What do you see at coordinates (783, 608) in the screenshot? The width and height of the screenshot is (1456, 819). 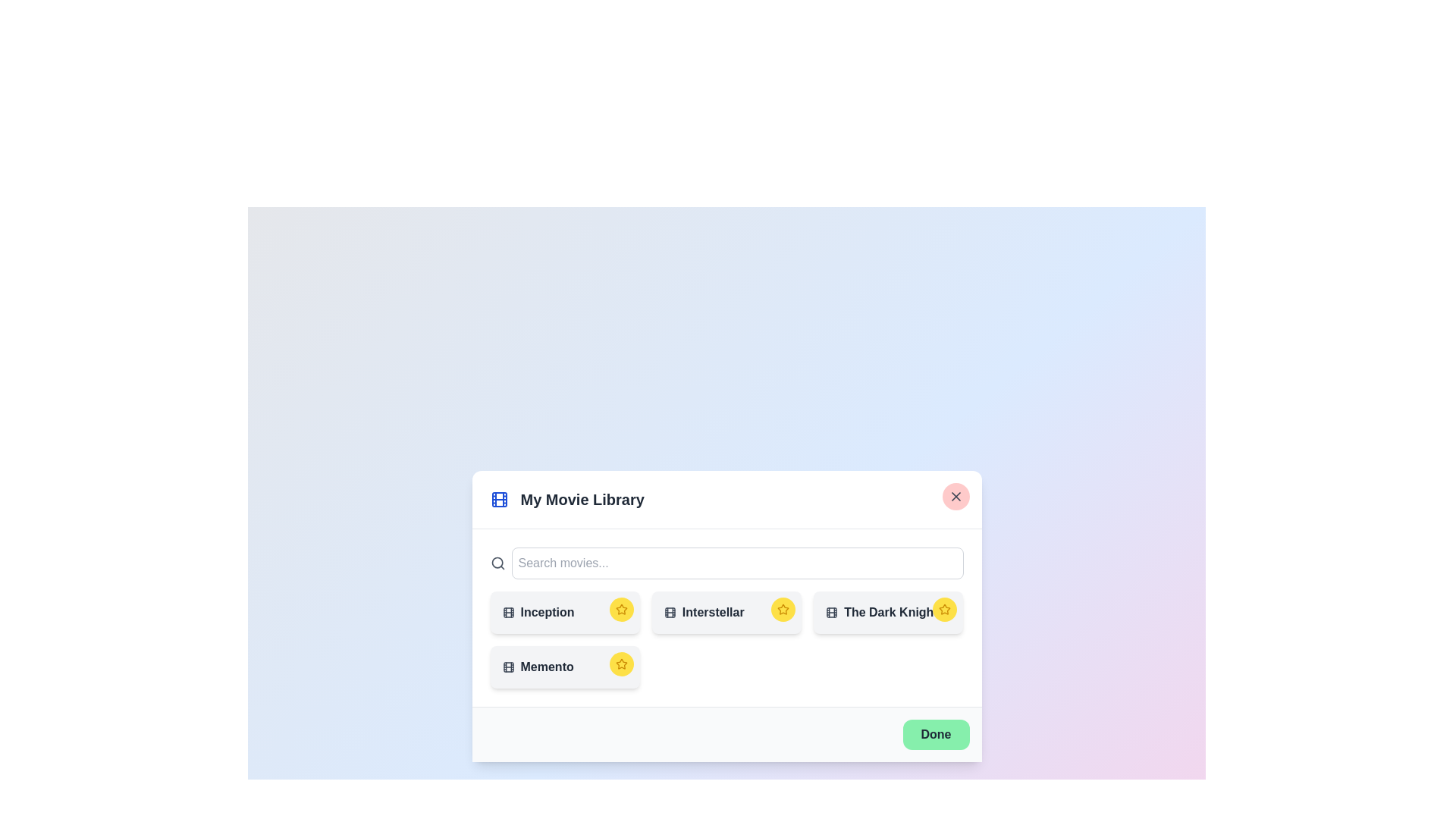 I see `the star icon with a yellow fill that is located to the right of the 'Interstellar' label in the movie list` at bounding box center [783, 608].